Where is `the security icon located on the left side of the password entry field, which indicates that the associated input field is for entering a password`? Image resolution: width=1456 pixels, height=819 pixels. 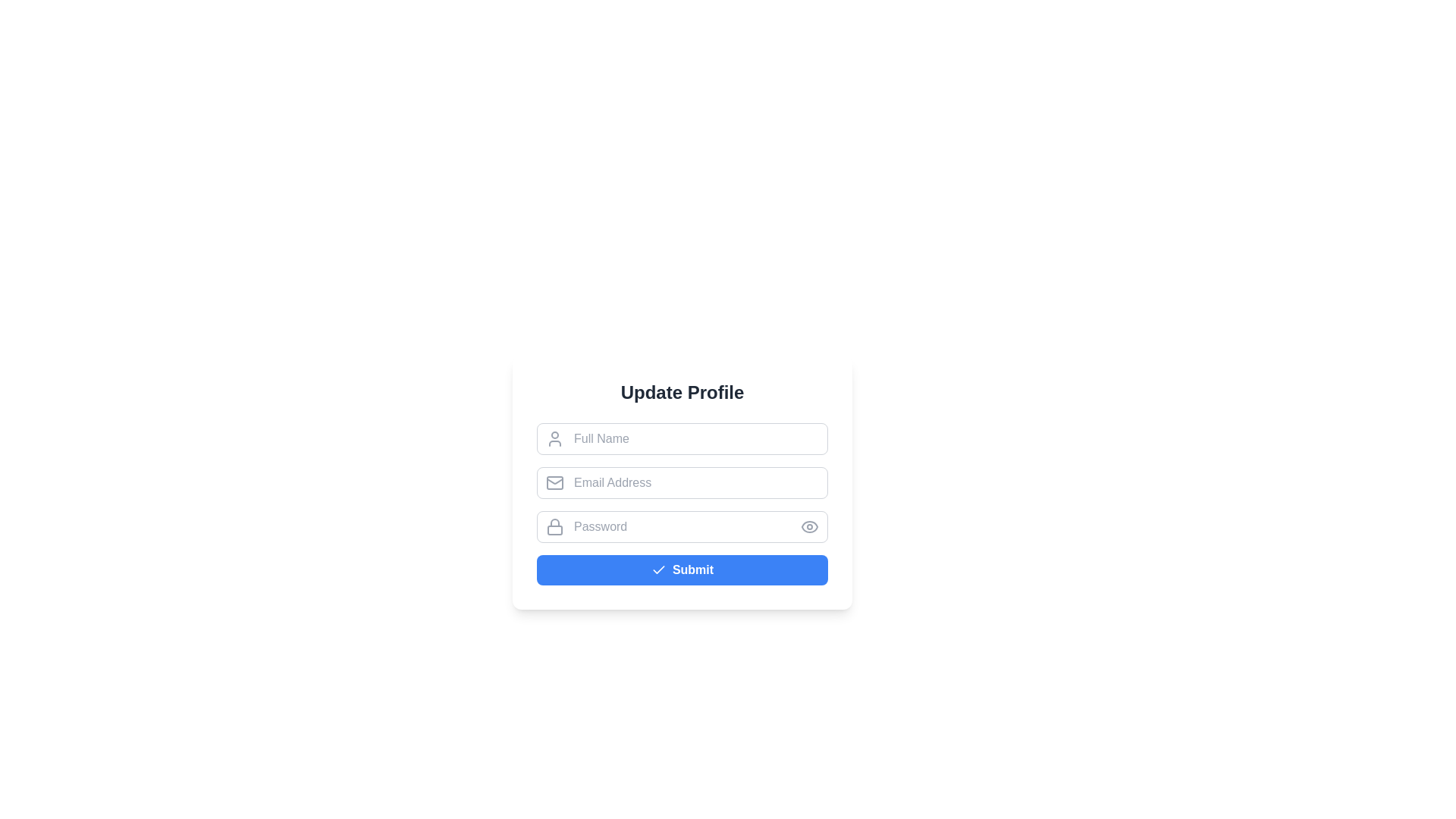
the security icon located on the left side of the password entry field, which indicates that the associated input field is for entering a password is located at coordinates (554, 522).